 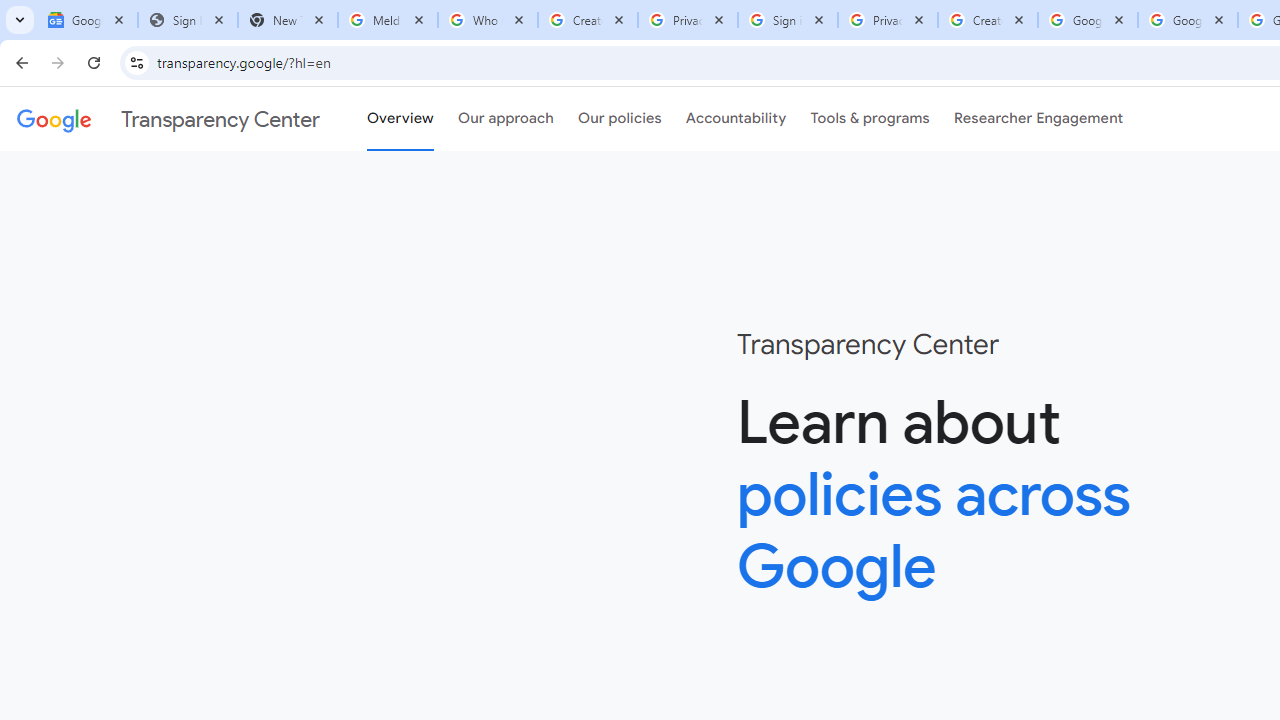 What do you see at coordinates (869, 119) in the screenshot?
I see `'Tools & programs'` at bounding box center [869, 119].